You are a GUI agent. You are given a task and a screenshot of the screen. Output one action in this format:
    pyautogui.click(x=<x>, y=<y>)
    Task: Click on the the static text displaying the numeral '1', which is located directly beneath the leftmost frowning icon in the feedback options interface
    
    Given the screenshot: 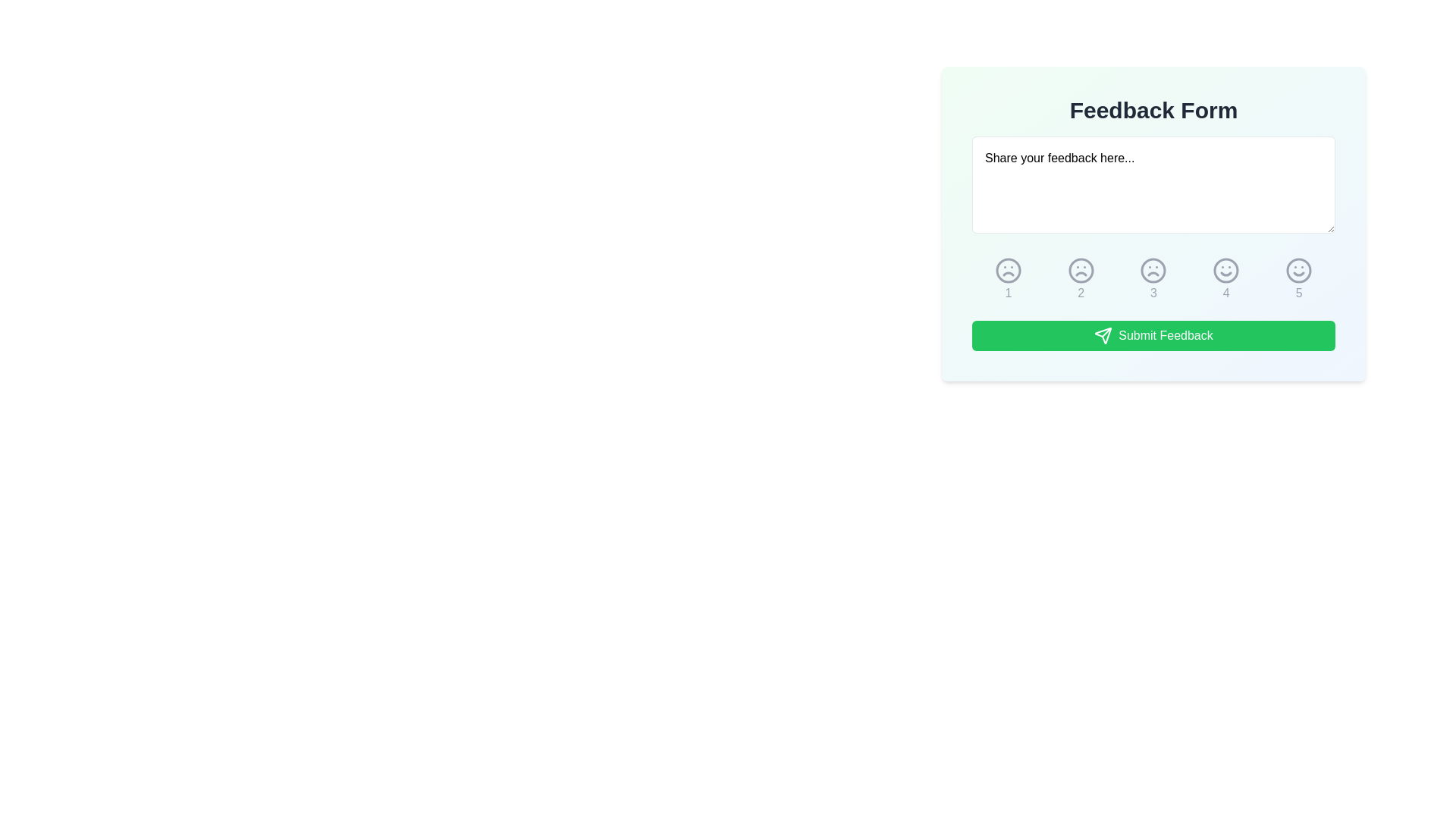 What is the action you would take?
    pyautogui.click(x=1008, y=293)
    